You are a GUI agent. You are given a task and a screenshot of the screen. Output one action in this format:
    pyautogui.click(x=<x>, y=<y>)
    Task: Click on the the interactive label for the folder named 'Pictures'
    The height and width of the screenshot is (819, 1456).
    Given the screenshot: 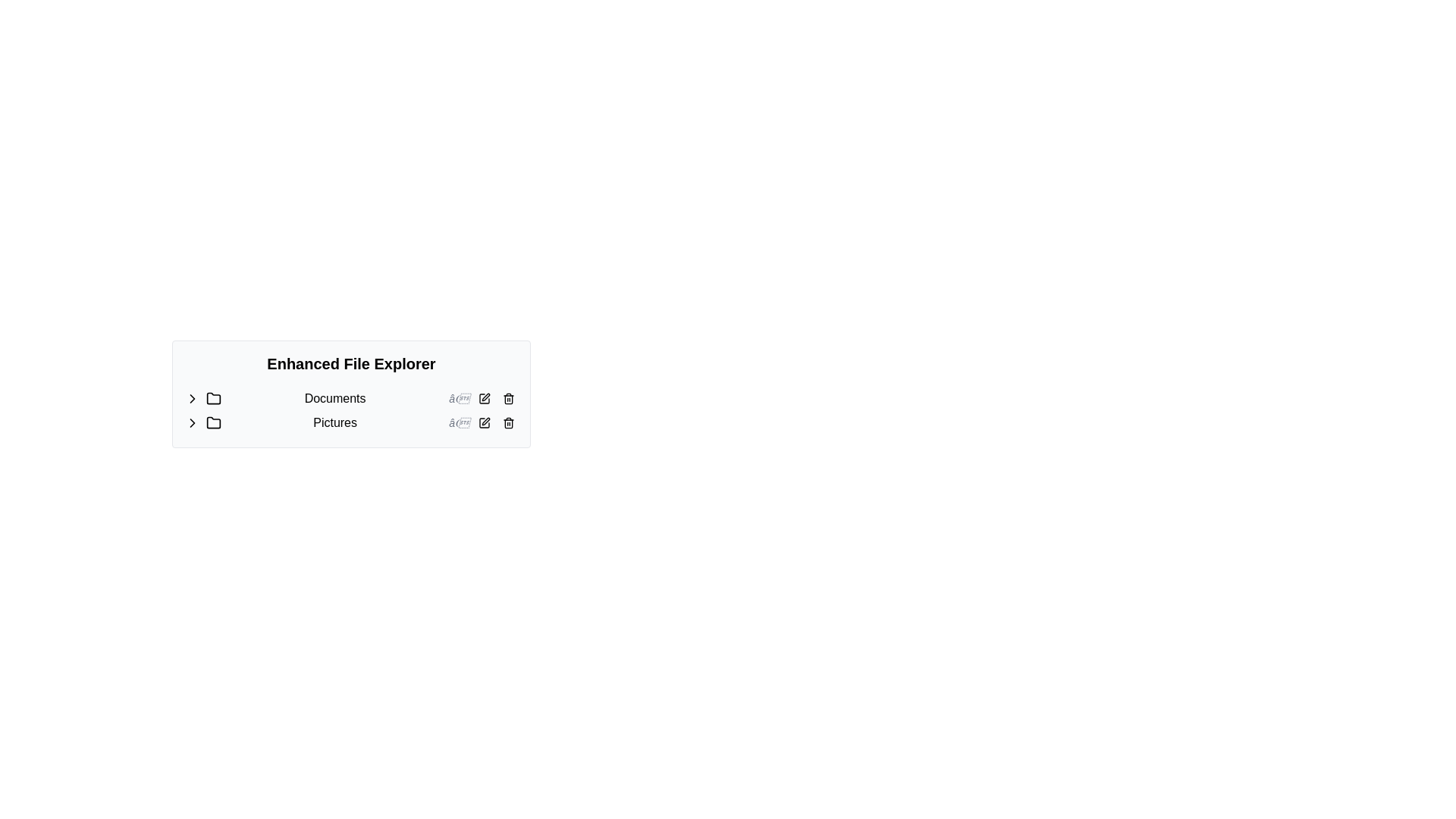 What is the action you would take?
    pyautogui.click(x=350, y=423)
    